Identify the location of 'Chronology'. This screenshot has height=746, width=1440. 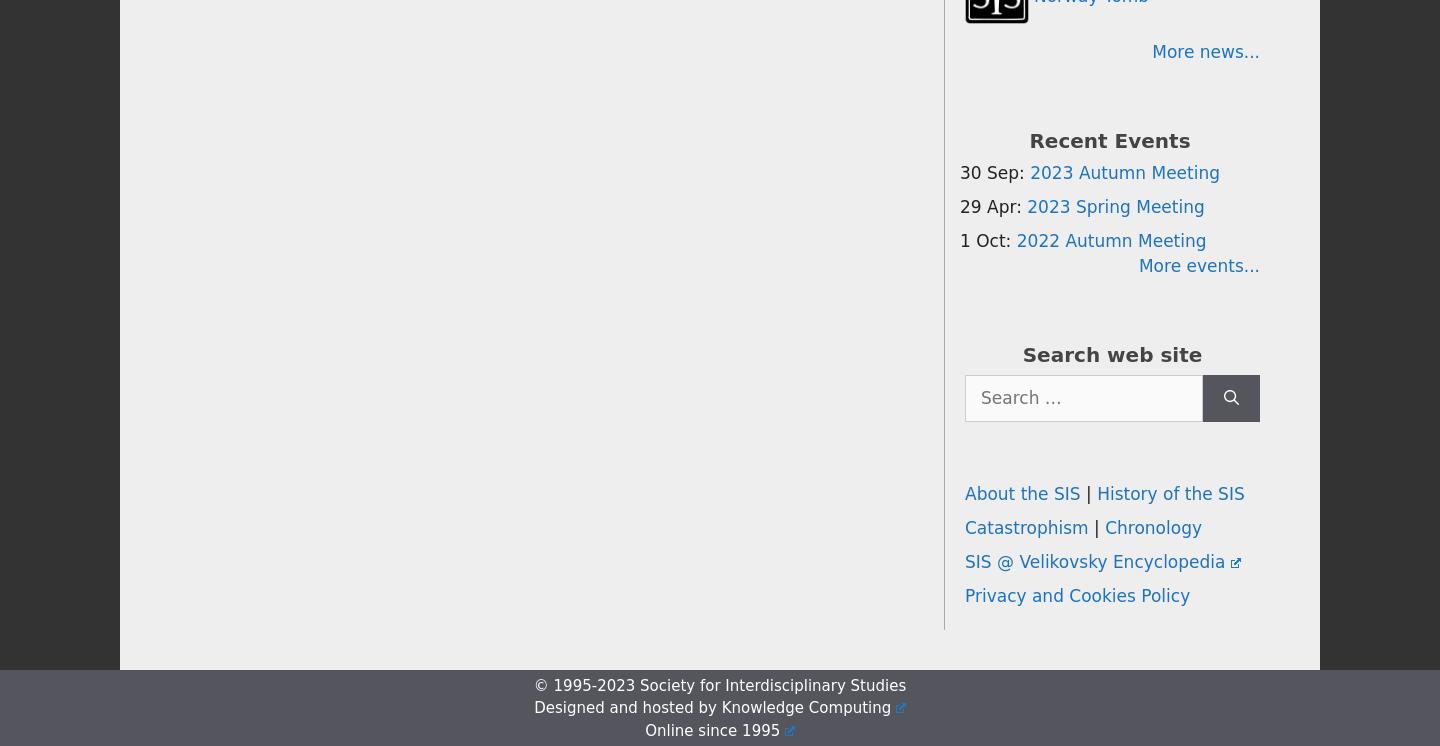
(1153, 528).